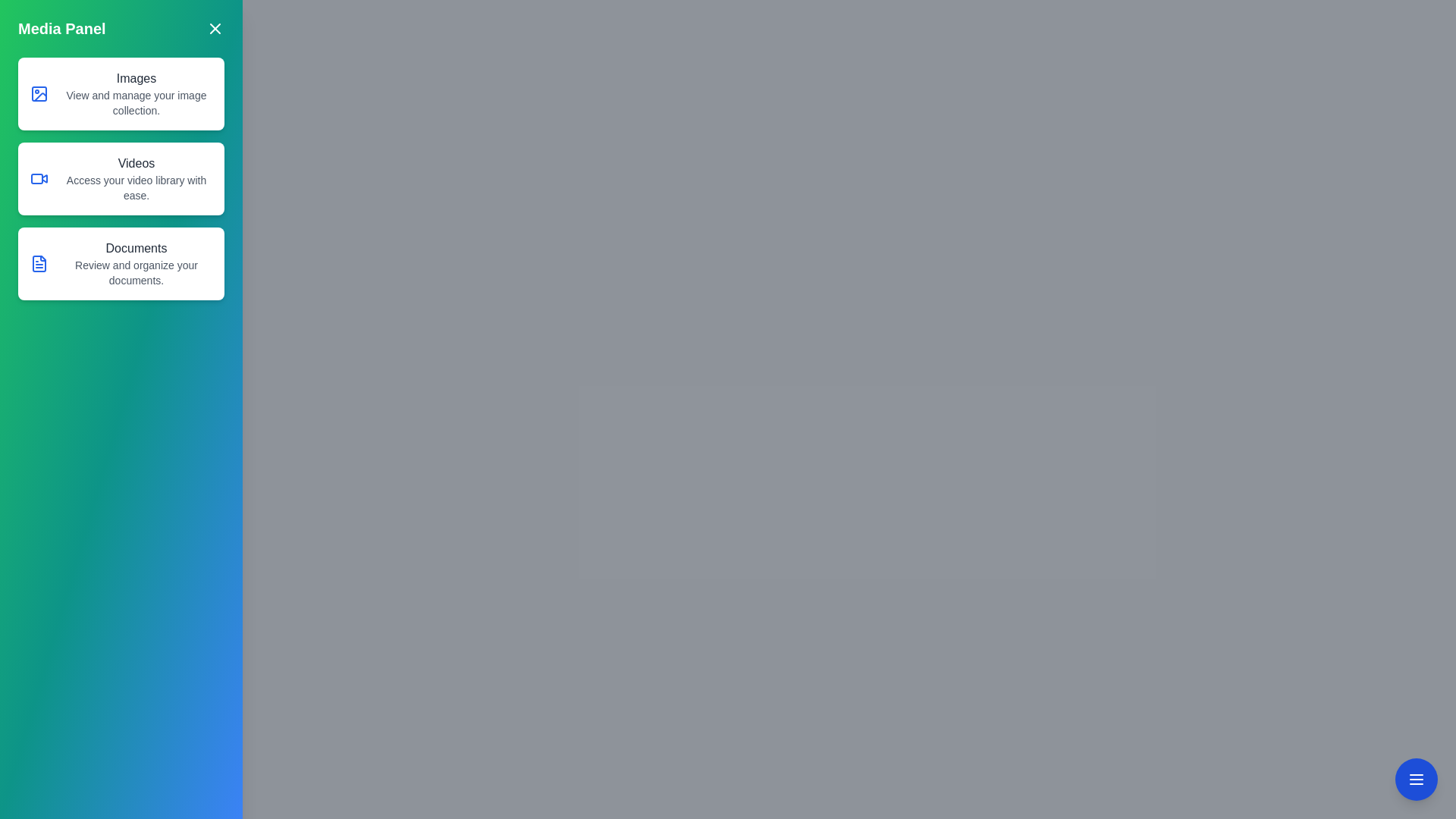  I want to click on the Informational Text Block that features a bold title 'Videos' and a tagline 'Access your video library with ease.', which is located in the middle card of three stacked cards on the left panel, so click(136, 177).